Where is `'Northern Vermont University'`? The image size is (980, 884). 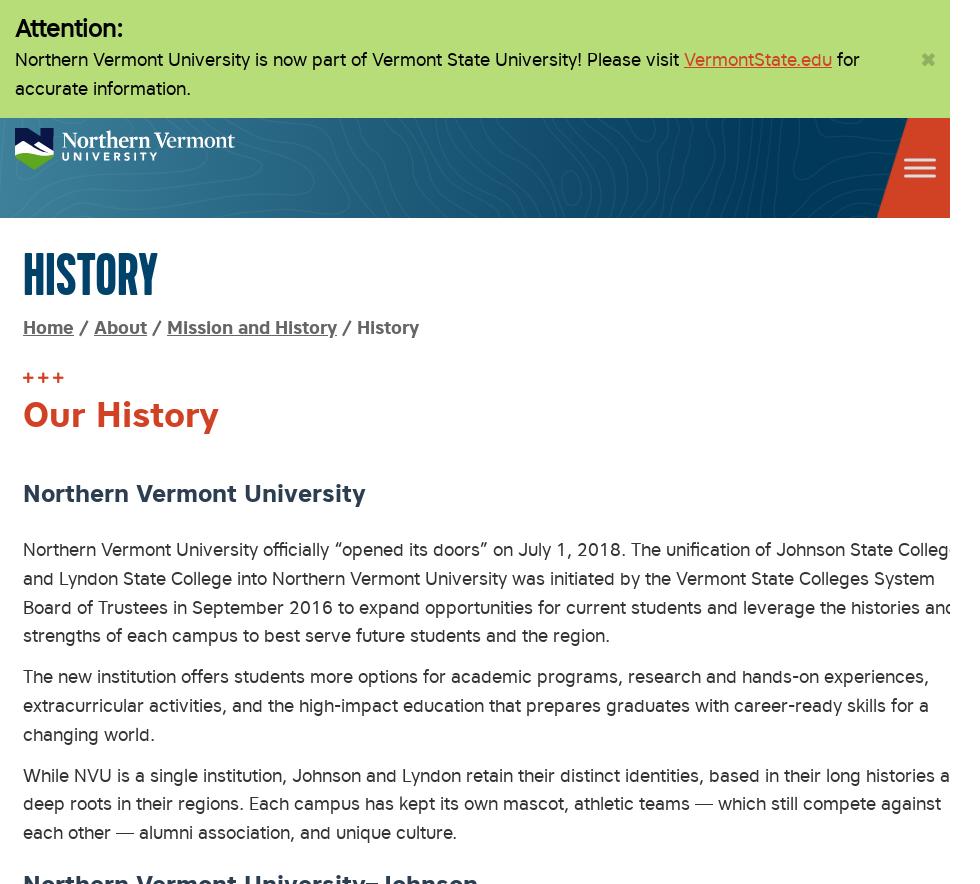 'Northern Vermont University' is located at coordinates (194, 491).